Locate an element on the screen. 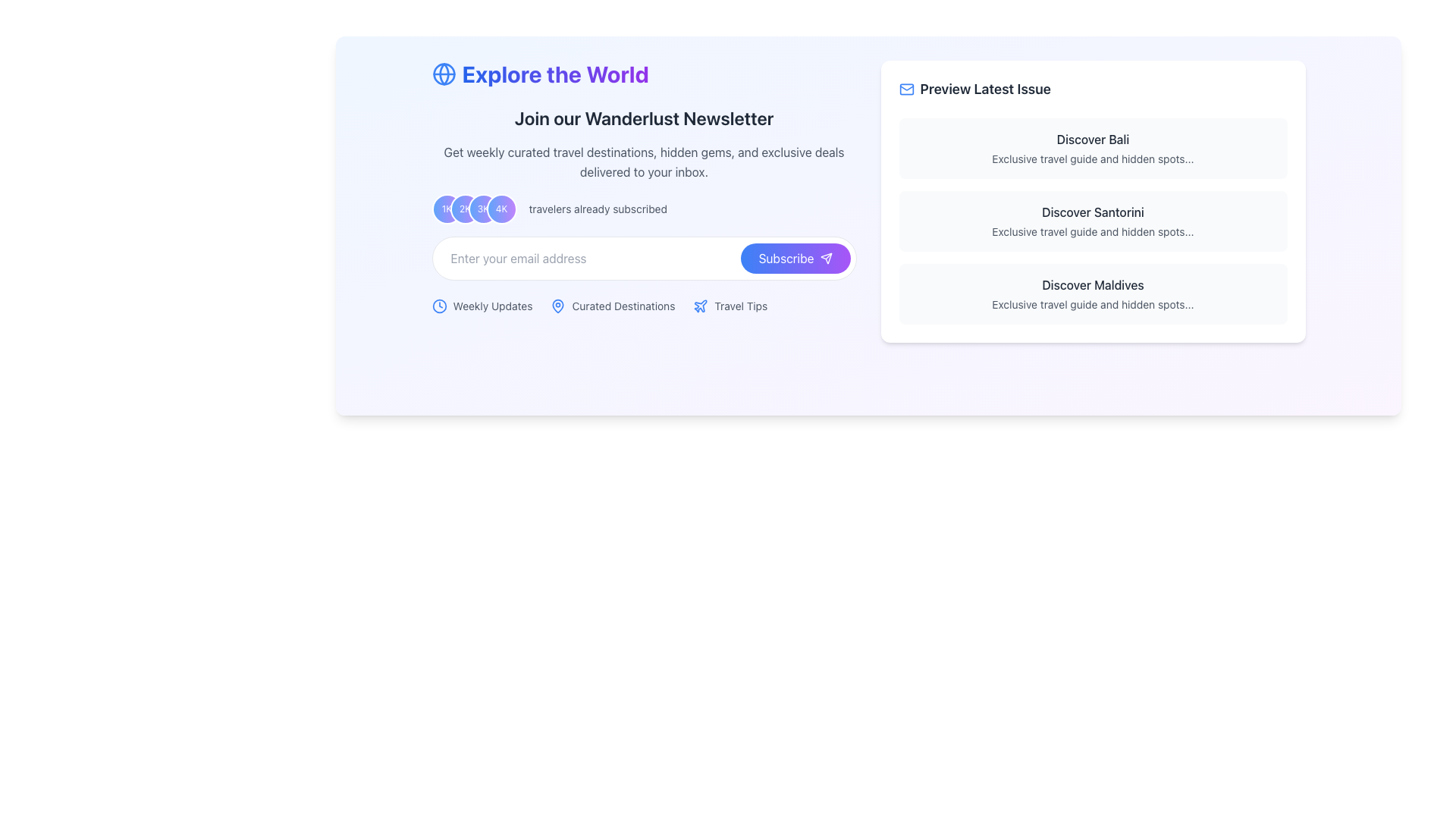 Image resolution: width=1456 pixels, height=819 pixels. the Text Label that provides travel guidance or tips, located to the left of the 'Preview Latest Issue' panel, following 'Weekly Updates' and 'Curated Destinations', and adjacent to an airplane icon is located at coordinates (741, 306).